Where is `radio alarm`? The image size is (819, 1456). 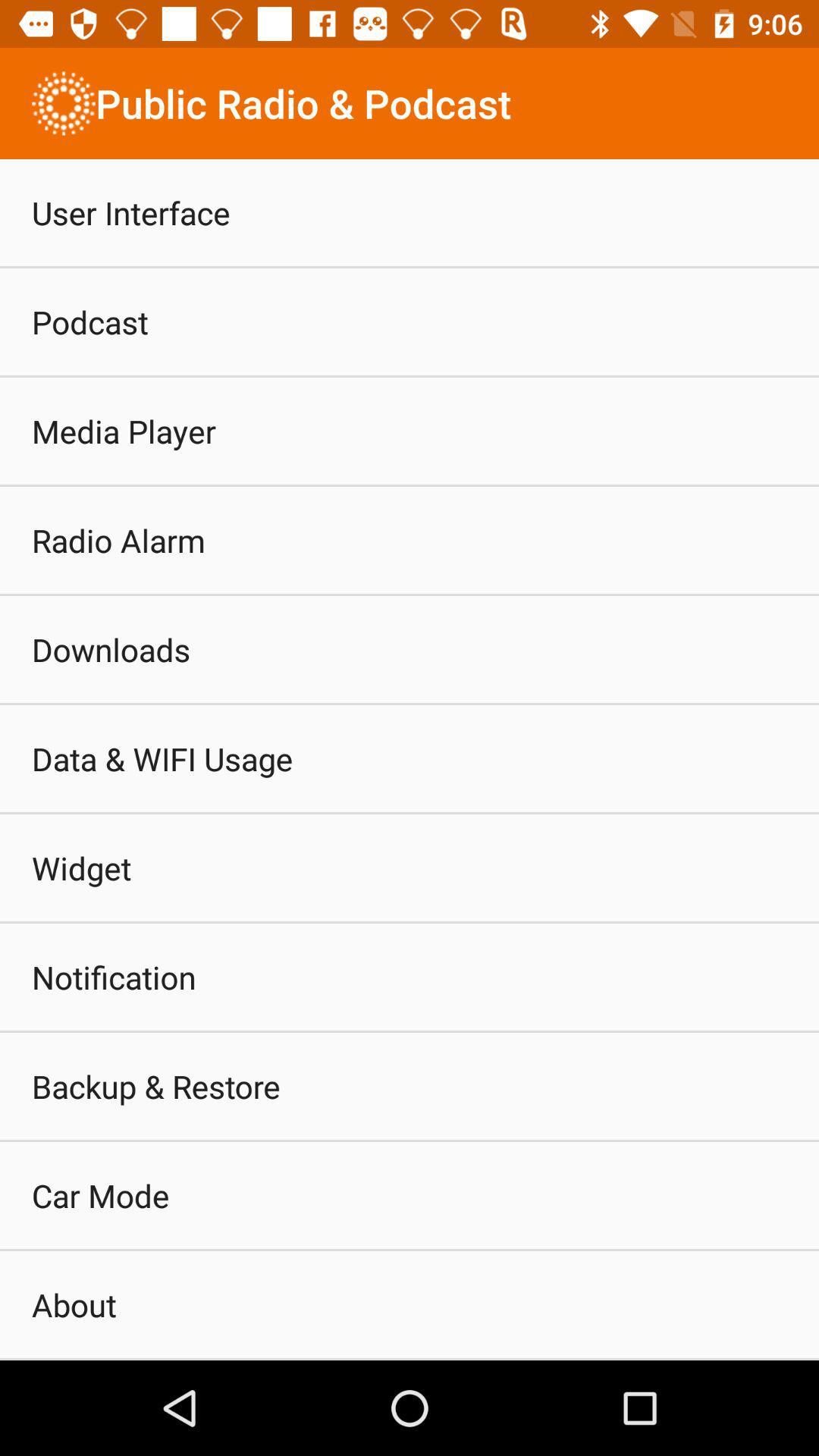
radio alarm is located at coordinates (118, 540).